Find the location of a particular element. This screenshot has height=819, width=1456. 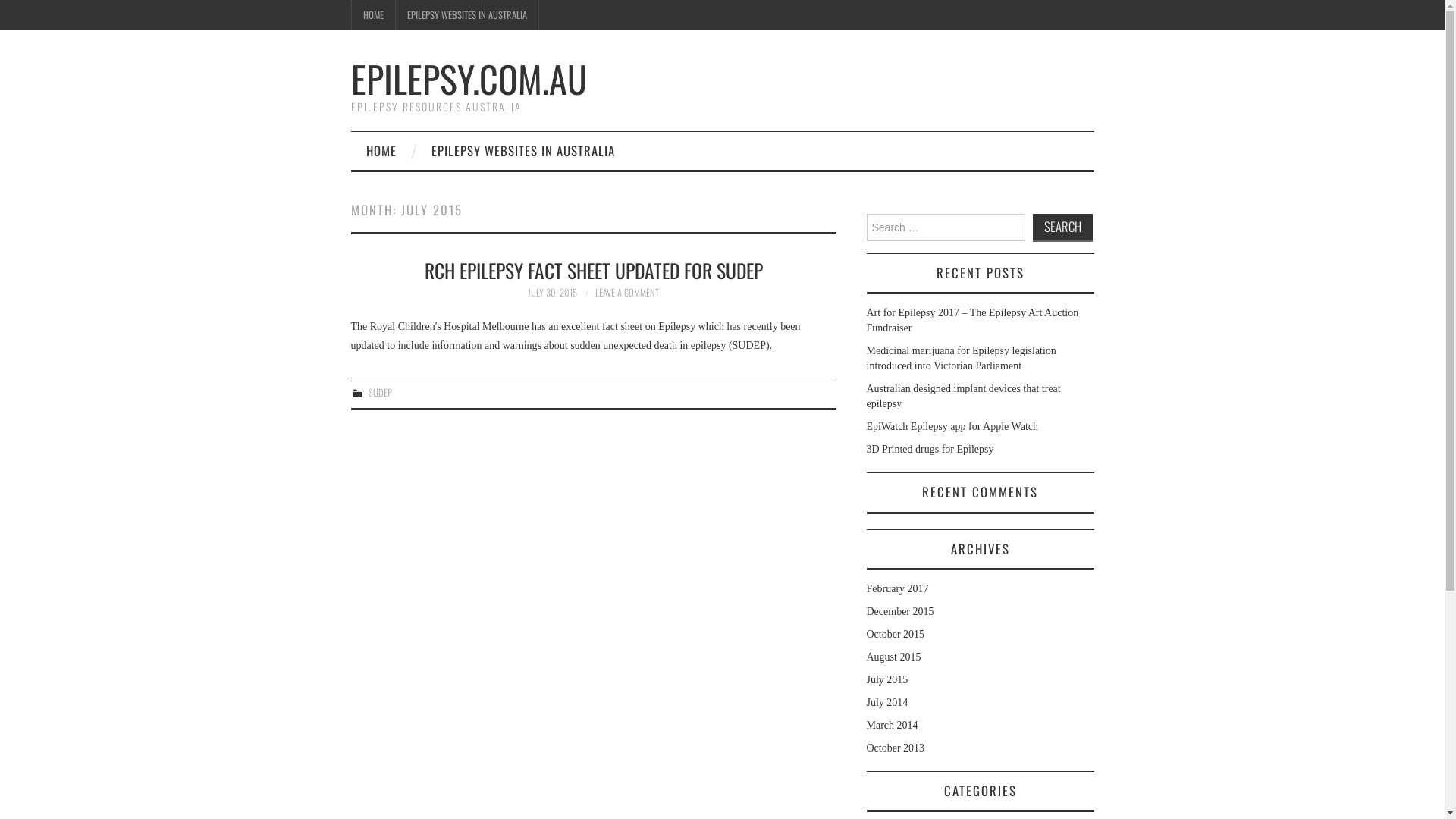

'Search for:' is located at coordinates (944, 227).